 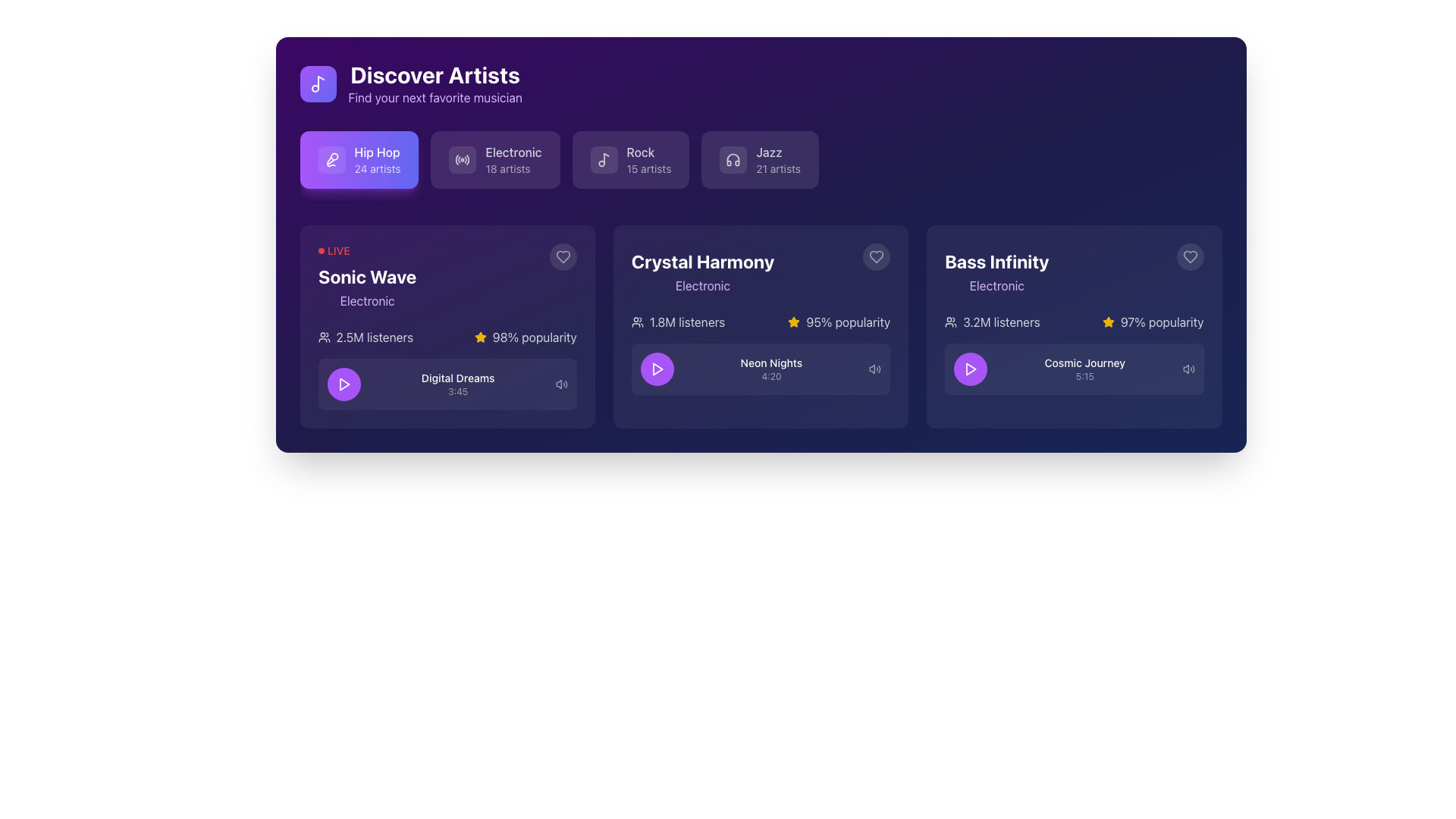 I want to click on the yellow star icon with the text '95% popularity' located in the card titled 'Crystal Harmony', positioned below the 'Electronic' genre title, so click(x=838, y=321).